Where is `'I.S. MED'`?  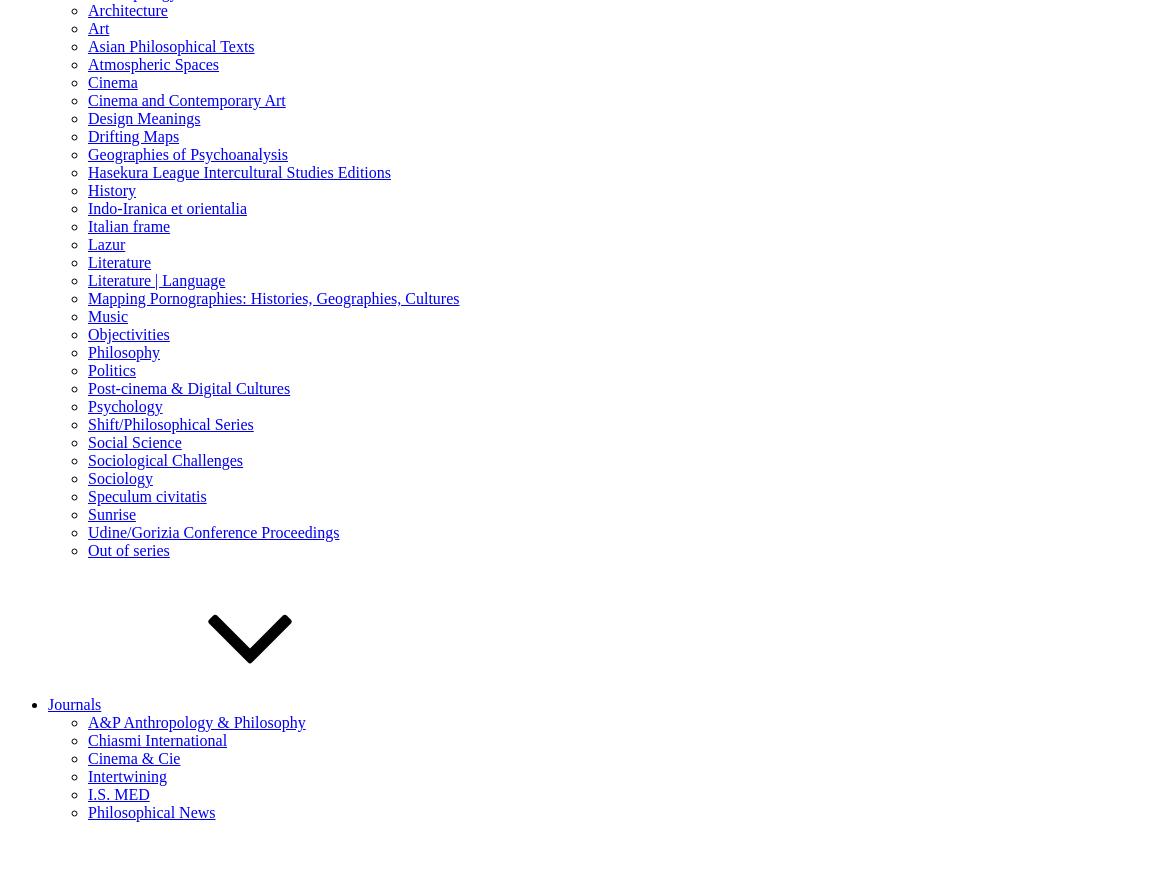 'I.S. MED' is located at coordinates (118, 792).